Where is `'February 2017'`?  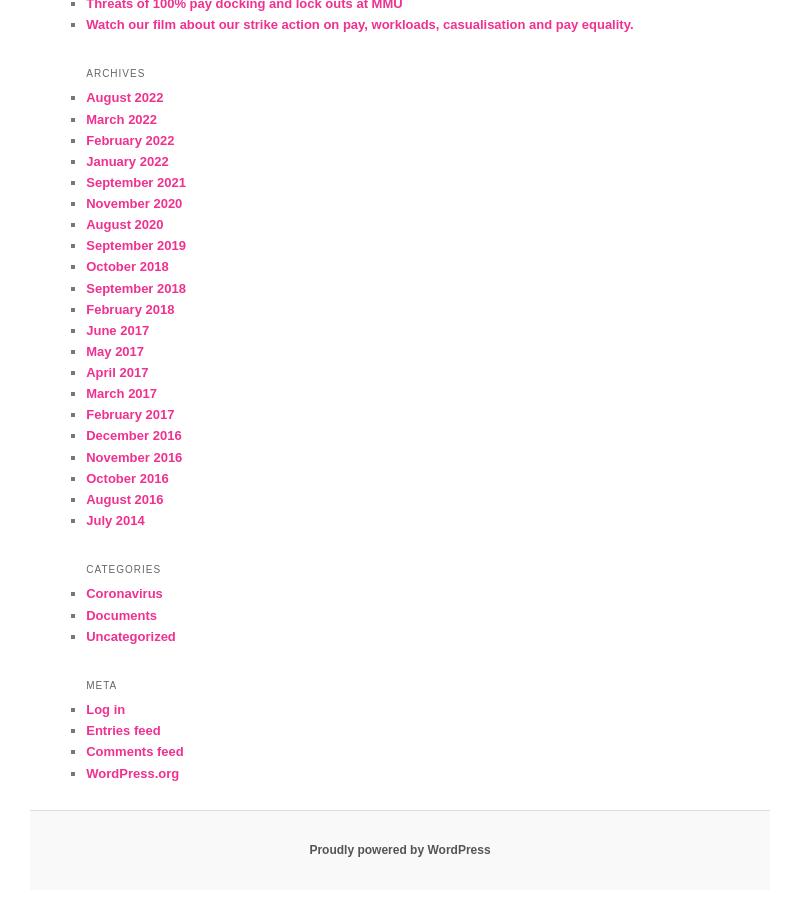 'February 2017' is located at coordinates (129, 414).